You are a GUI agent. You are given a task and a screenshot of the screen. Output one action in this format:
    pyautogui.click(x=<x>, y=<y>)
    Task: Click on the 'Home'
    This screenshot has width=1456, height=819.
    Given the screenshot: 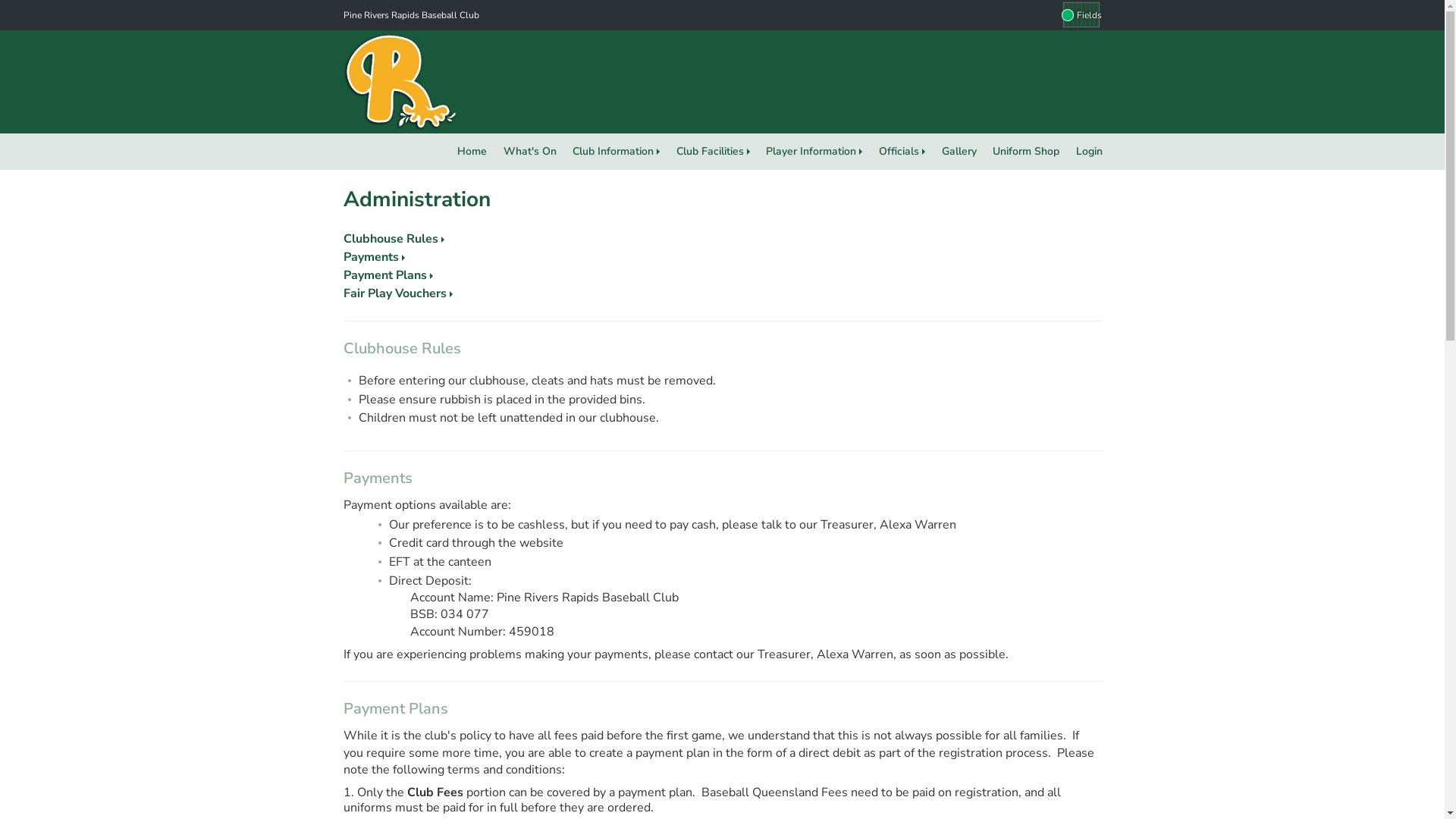 What is the action you would take?
    pyautogui.click(x=447, y=152)
    